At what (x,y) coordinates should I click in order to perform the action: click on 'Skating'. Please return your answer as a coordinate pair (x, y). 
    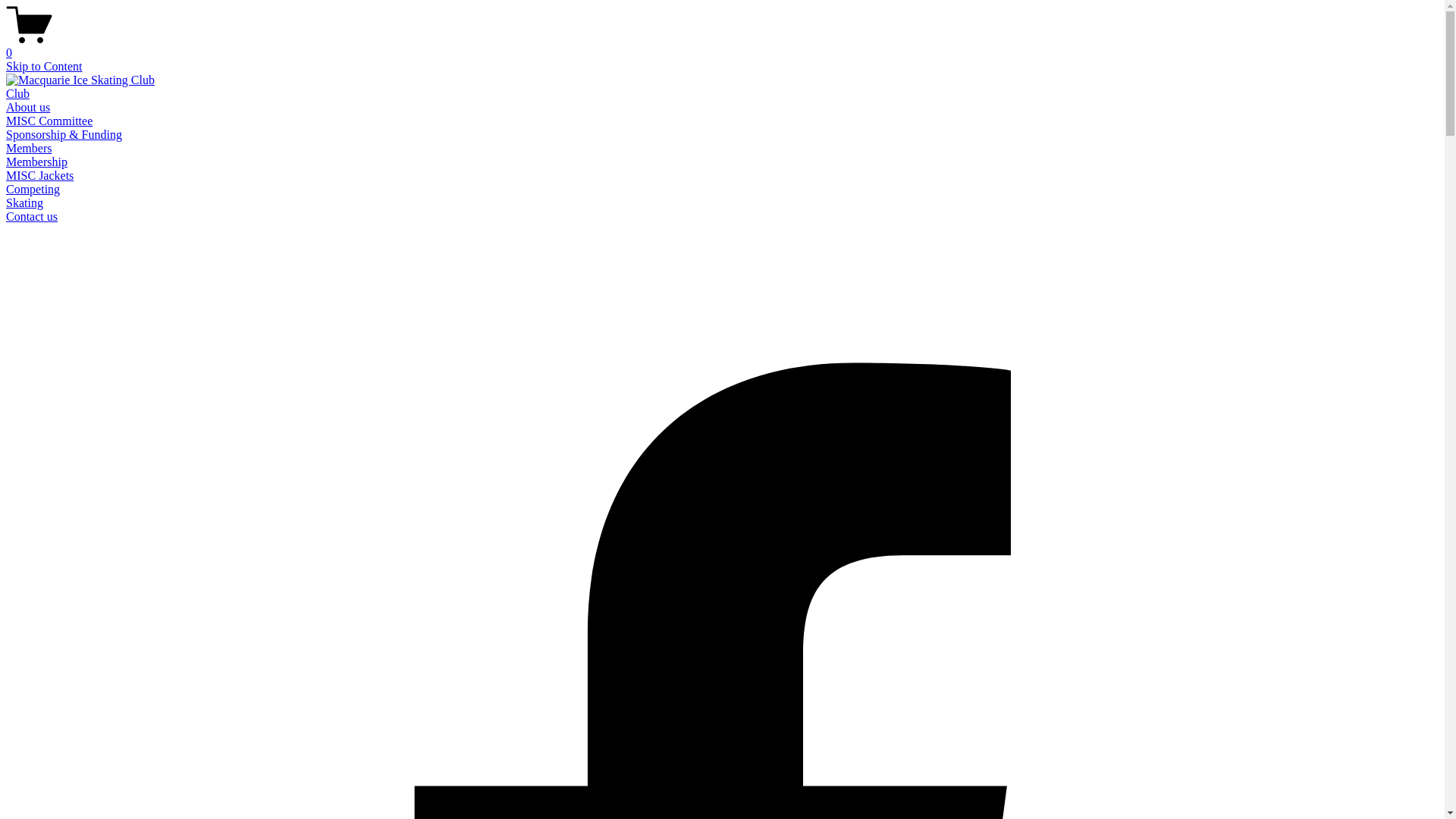
    Looking at the image, I should click on (6, 202).